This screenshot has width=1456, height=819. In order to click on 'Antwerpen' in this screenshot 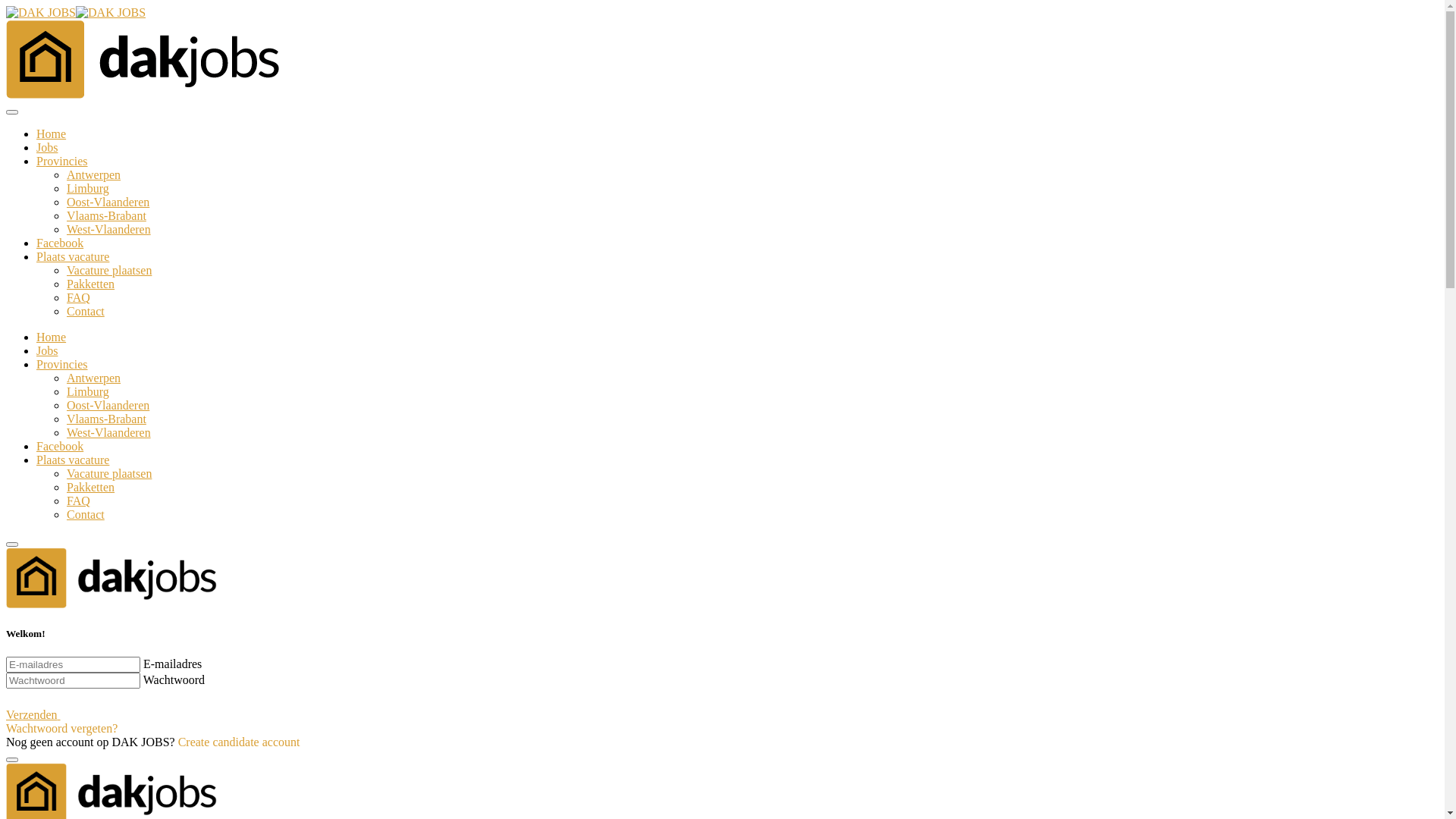, I will do `click(93, 377)`.